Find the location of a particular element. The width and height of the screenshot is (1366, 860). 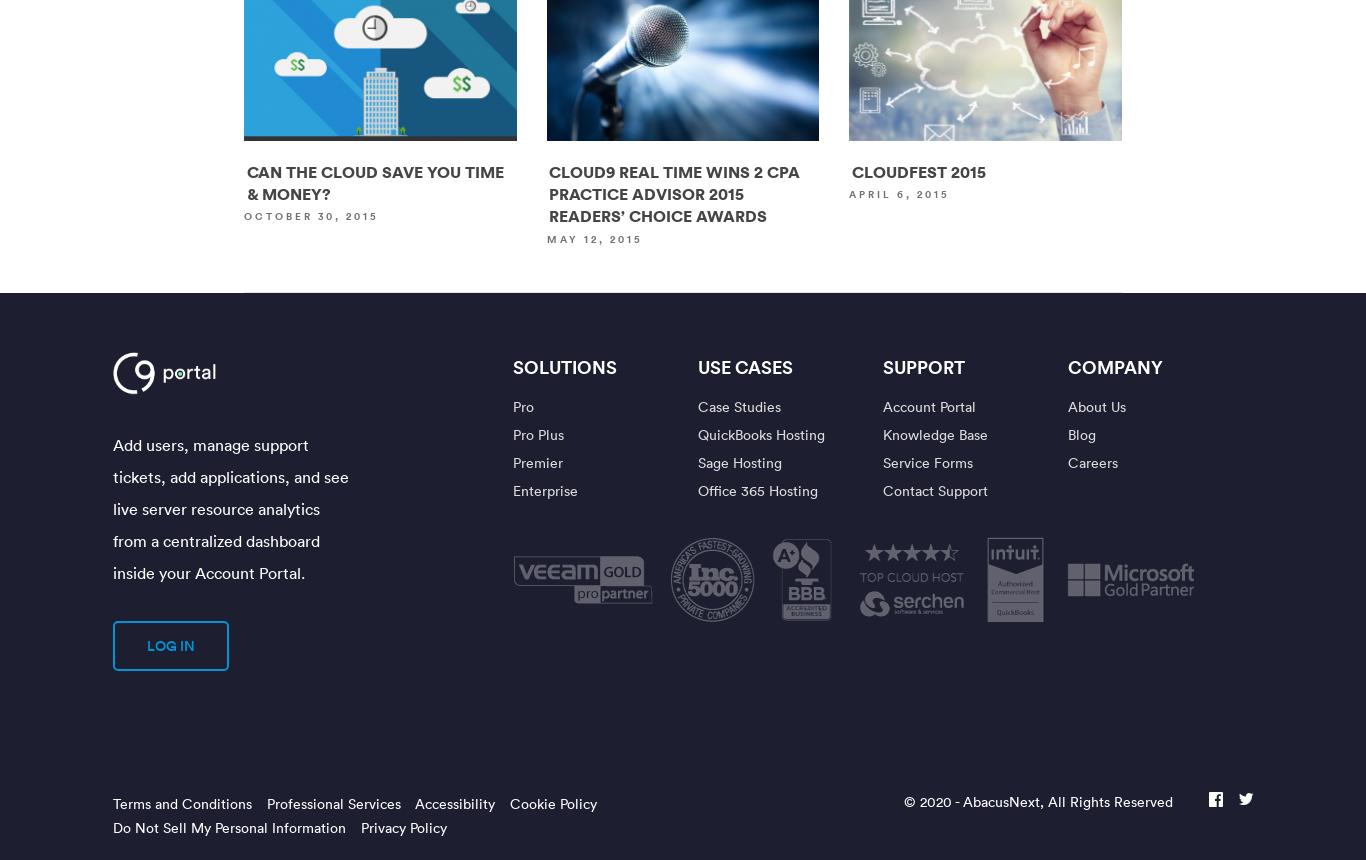

'Pro' is located at coordinates (512, 405).